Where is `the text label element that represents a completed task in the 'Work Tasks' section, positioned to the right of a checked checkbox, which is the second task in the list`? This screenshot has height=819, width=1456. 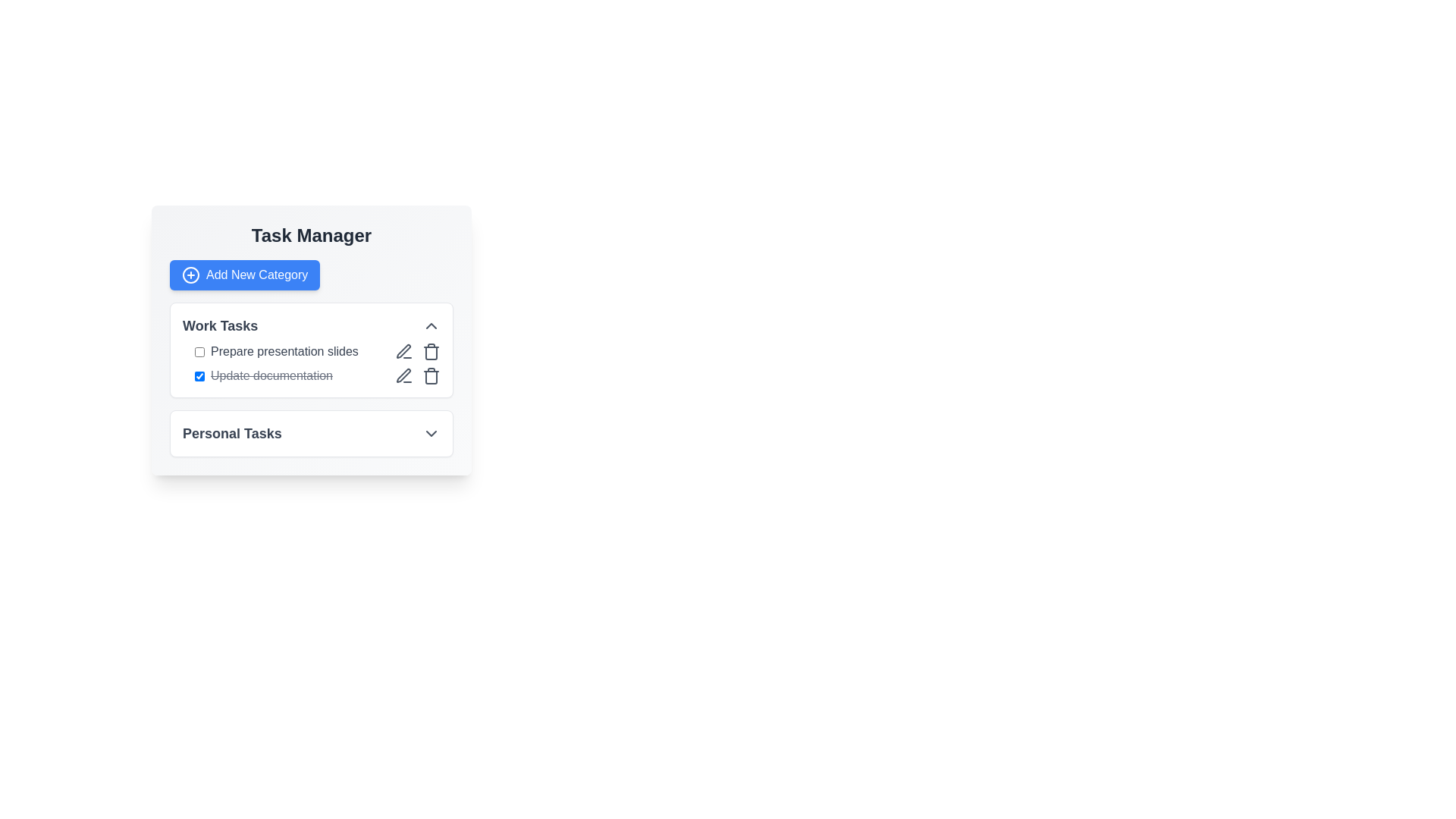 the text label element that represents a completed task in the 'Work Tasks' section, positioned to the right of a checked checkbox, which is the second task in the list is located at coordinates (271, 375).